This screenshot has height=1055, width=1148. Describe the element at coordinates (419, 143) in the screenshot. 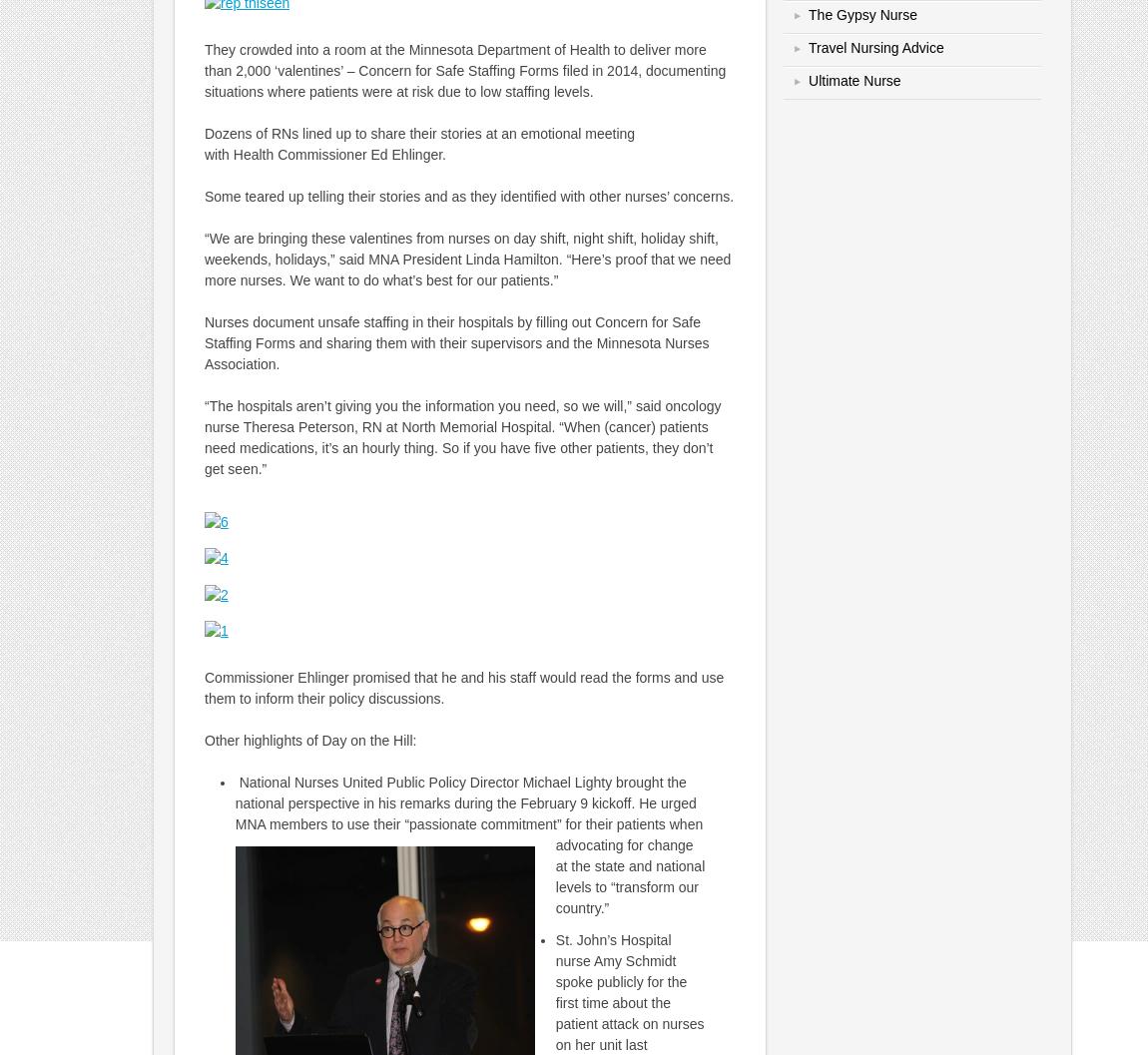

I see `'Dozens of RNs lined up to share their stories at an emotional meeting with Health Commissioner Ed Ehlinger.'` at that location.